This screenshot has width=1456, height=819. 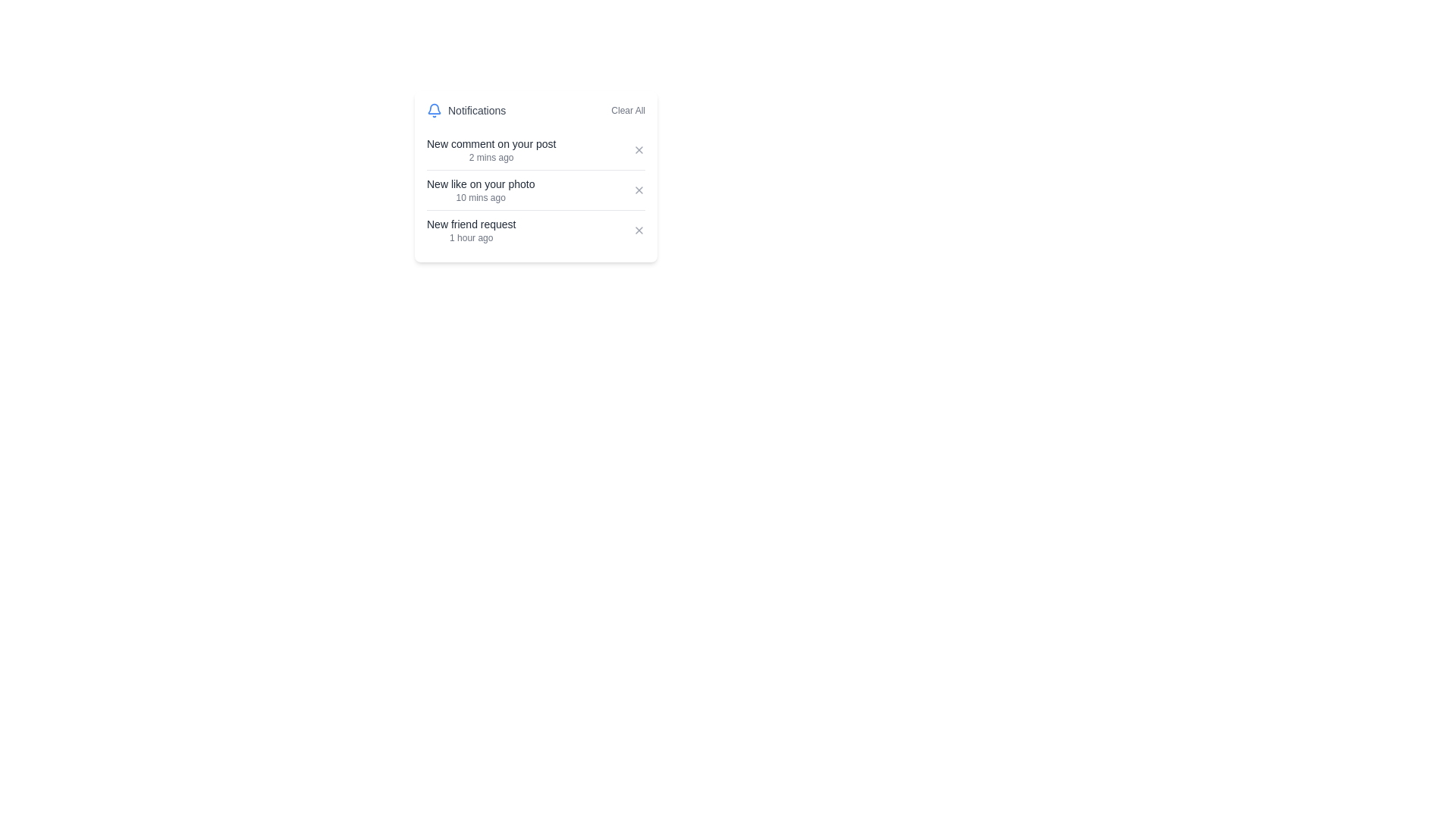 I want to click on the small square button with an 'X' symbol on the right side of the 'New friend request' notification bar, so click(x=639, y=231).